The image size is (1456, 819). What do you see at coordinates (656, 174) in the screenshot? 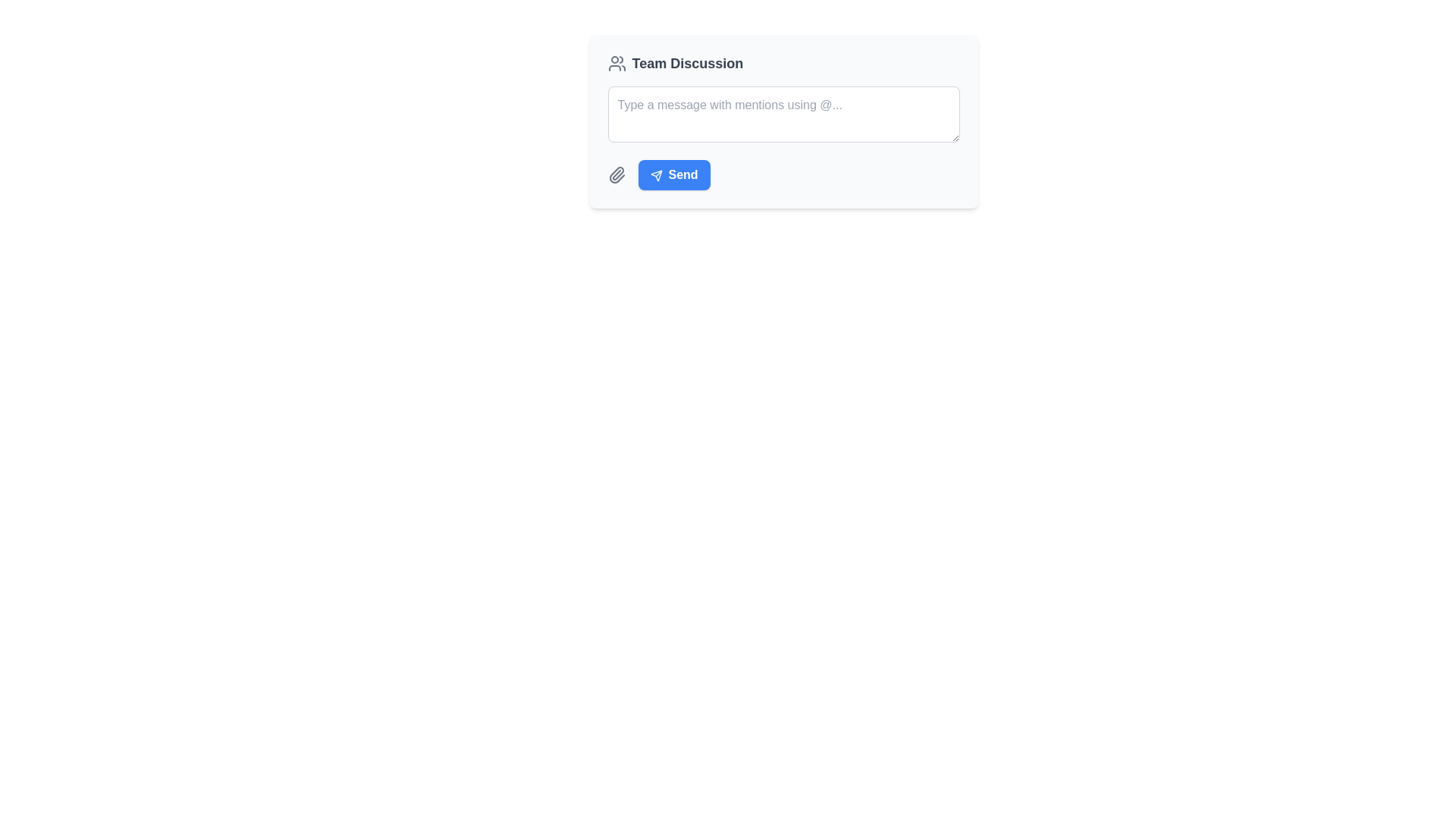
I see `the 'Send' button icon, which is a vector icon representing a sending action, styled with rounded lines and positioned to the left of the text 'Send'` at bounding box center [656, 174].